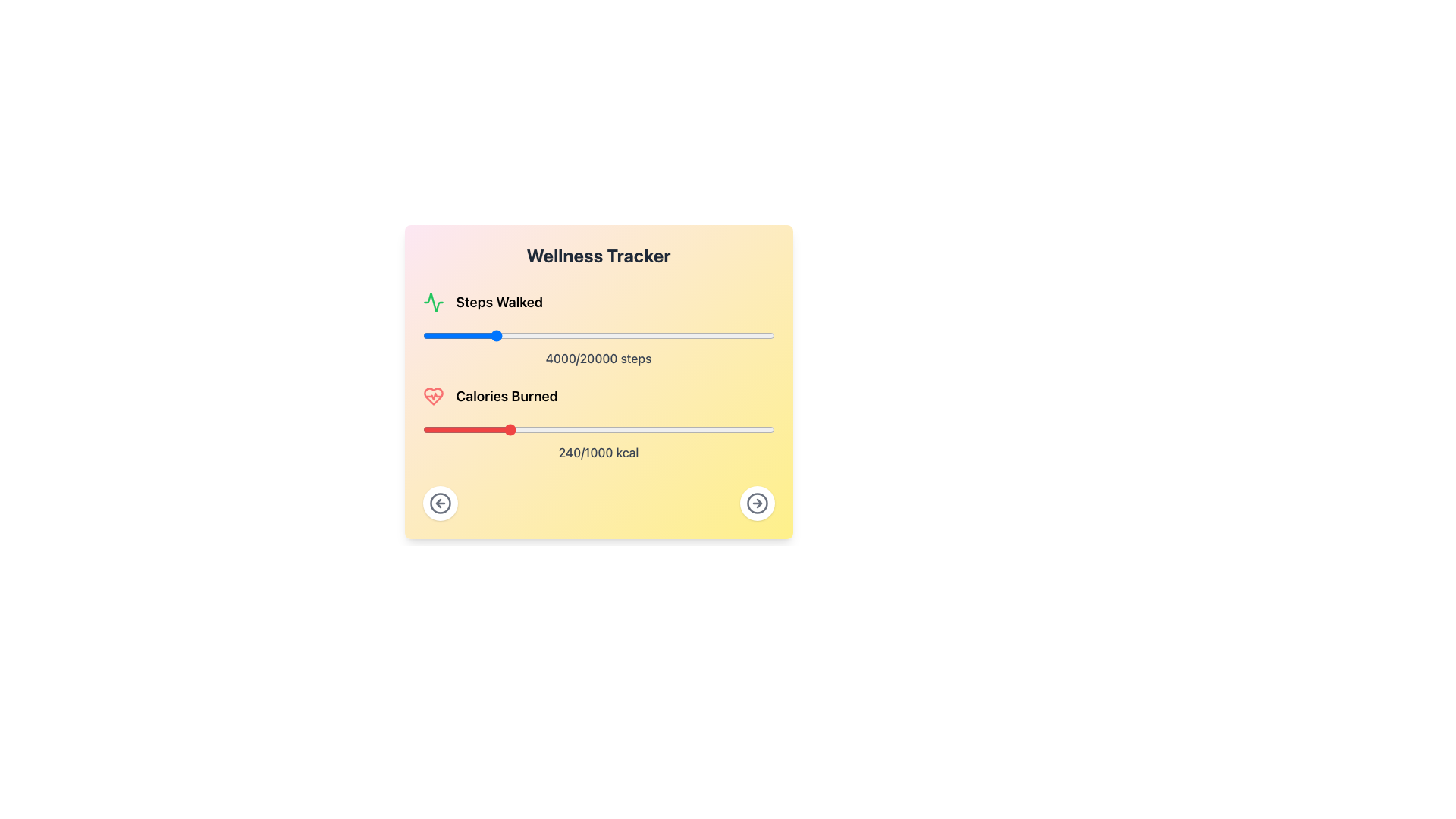  What do you see at coordinates (439, 503) in the screenshot?
I see `the navigational button located in the bottom-left corner of the 'Wellness Tracker' section` at bounding box center [439, 503].